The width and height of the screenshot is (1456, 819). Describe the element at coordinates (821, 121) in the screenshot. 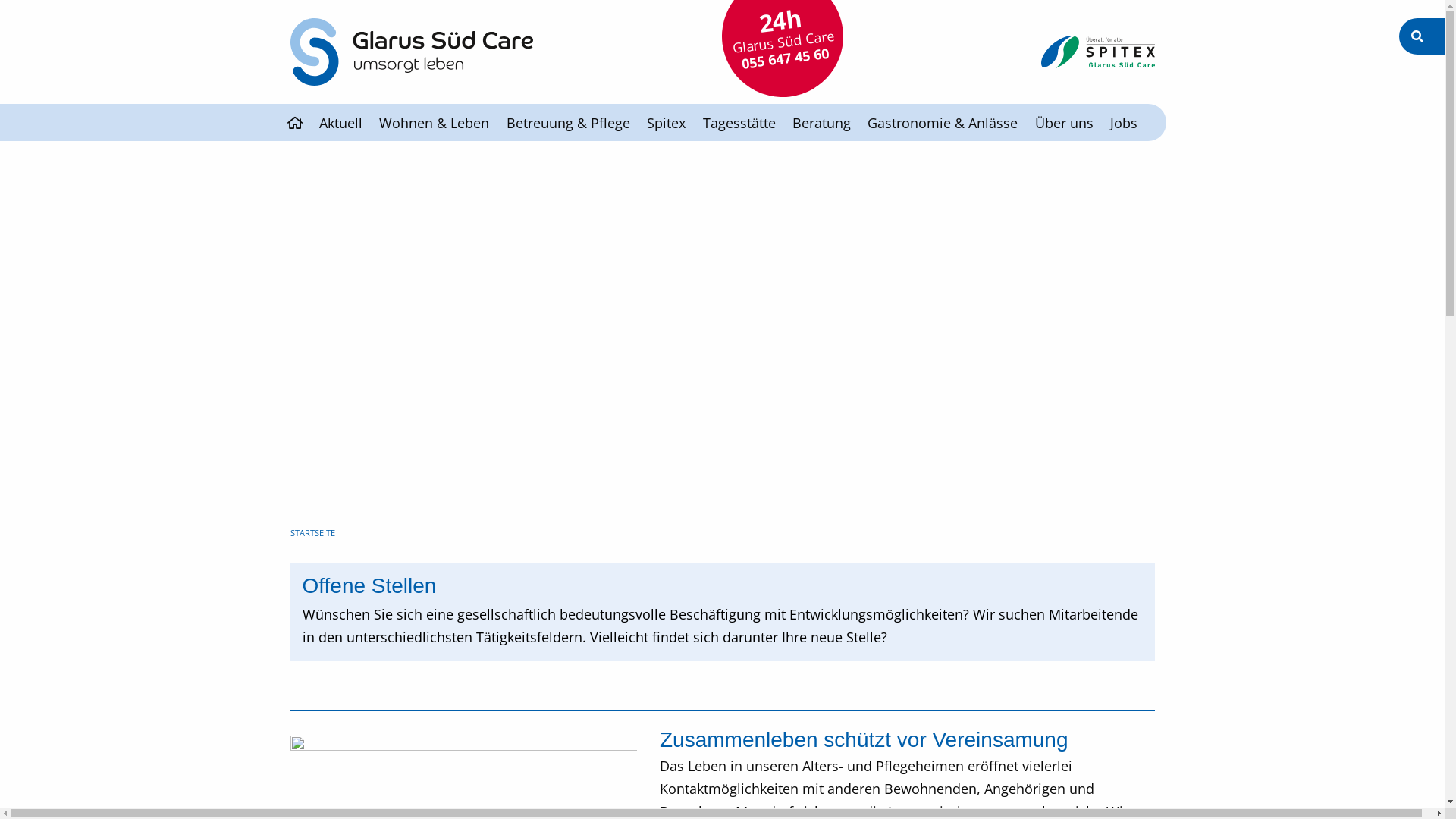

I see `'Beratung'` at that location.